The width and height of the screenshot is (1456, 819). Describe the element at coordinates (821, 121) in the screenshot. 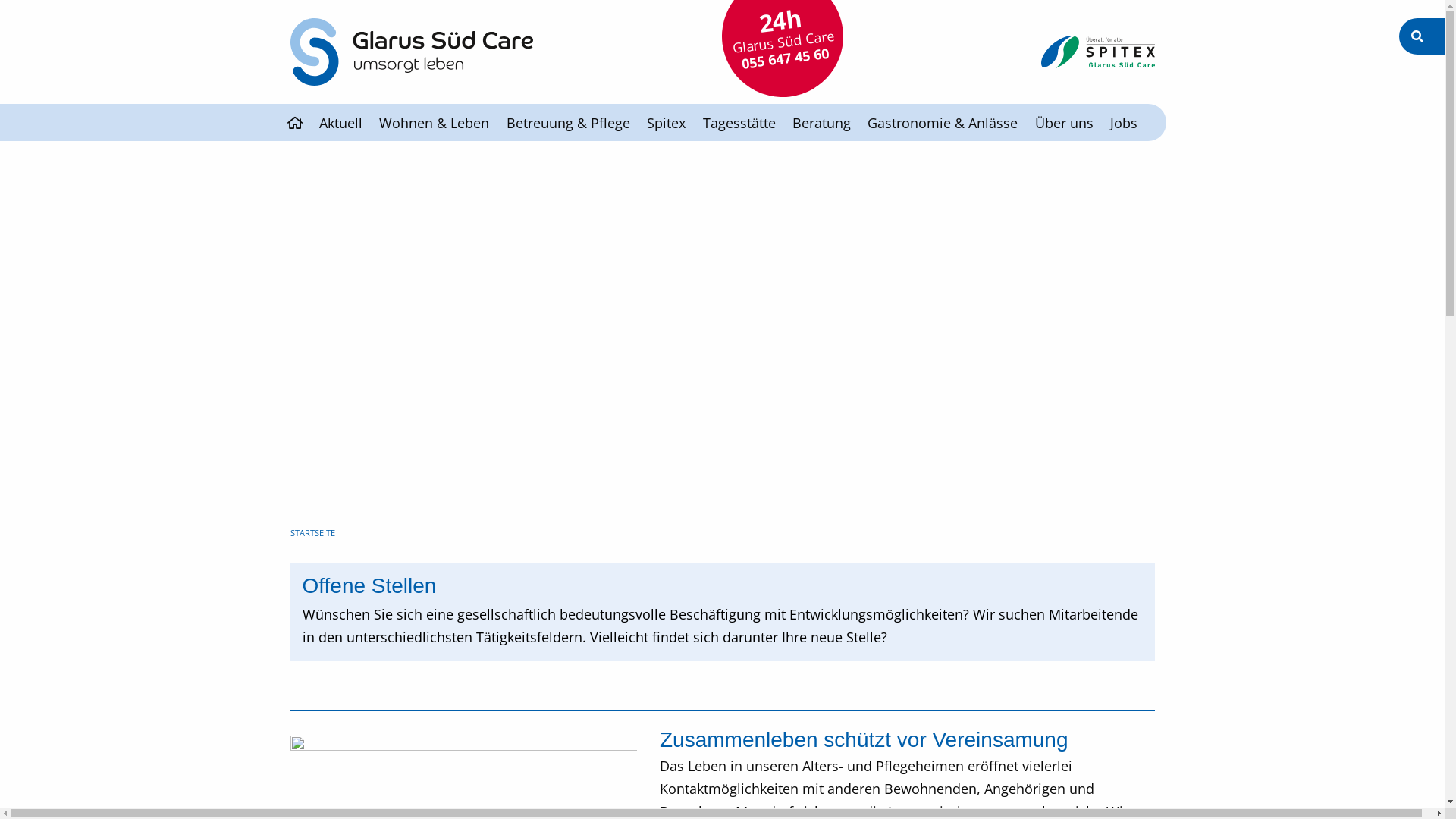

I see `'Beratung'` at that location.